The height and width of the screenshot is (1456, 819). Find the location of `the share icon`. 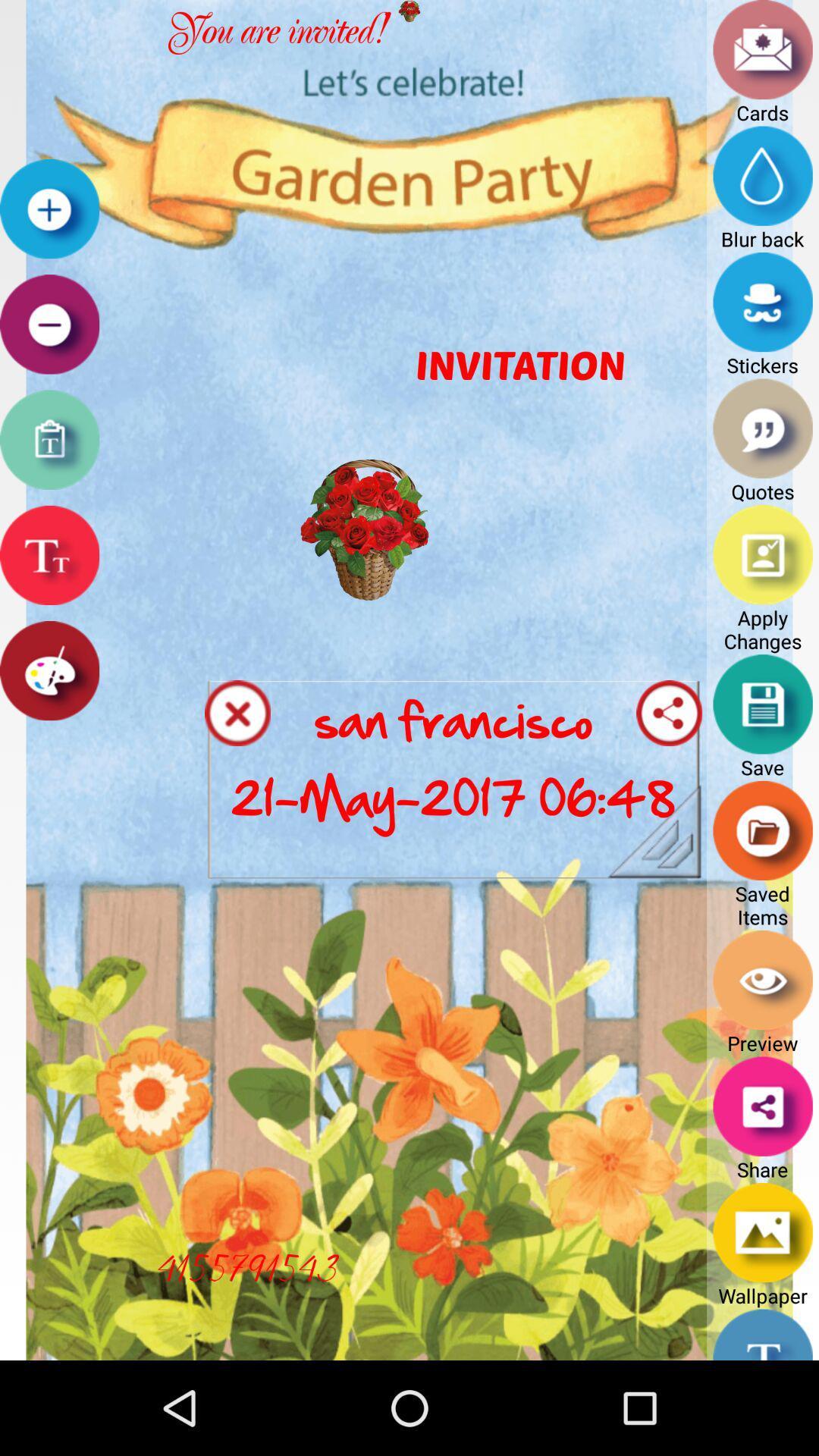

the share icon is located at coordinates (668, 763).